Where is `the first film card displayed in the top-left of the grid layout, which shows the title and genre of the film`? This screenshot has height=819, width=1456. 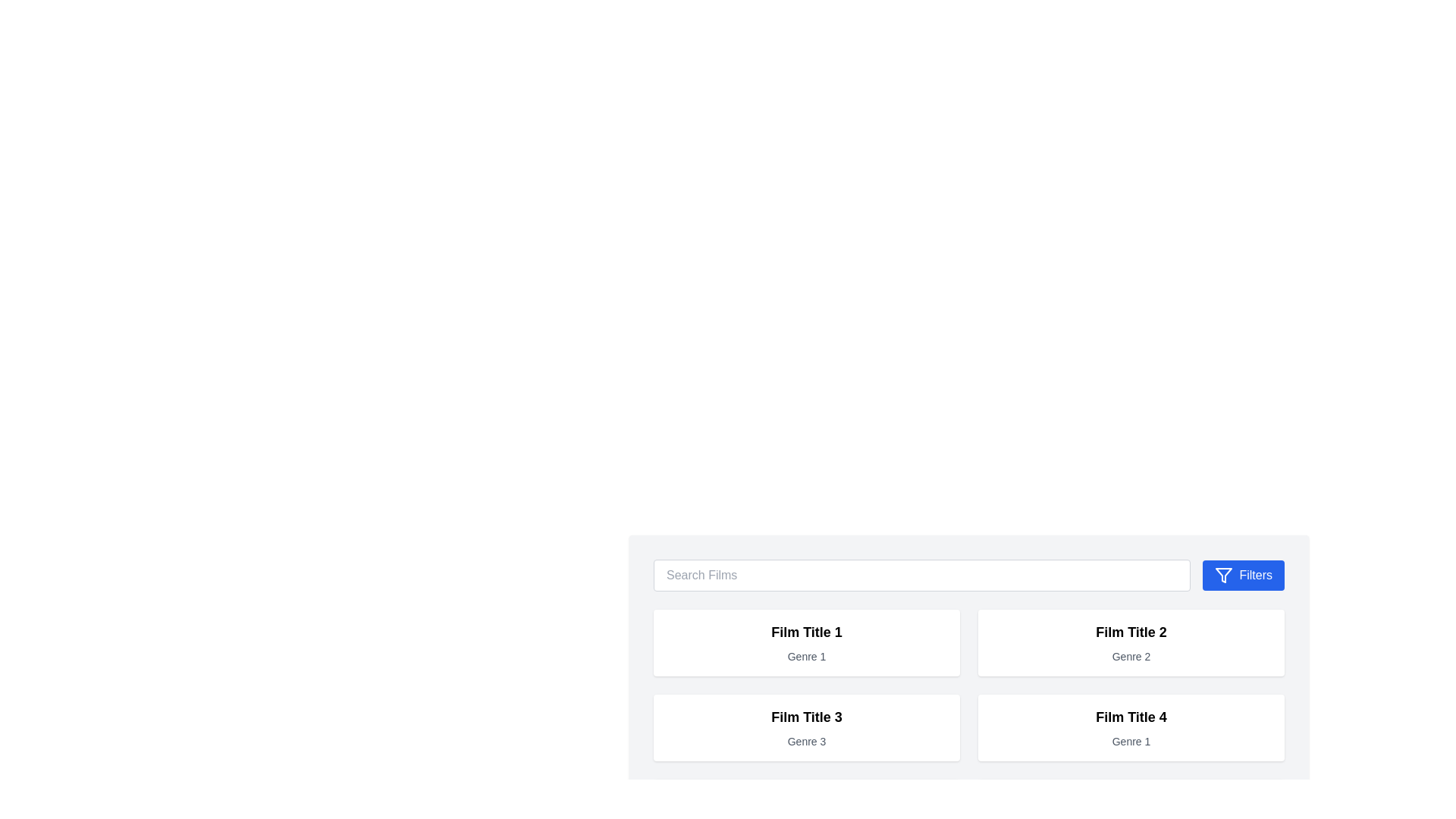 the first film card displayed in the top-left of the grid layout, which shows the title and genre of the film is located at coordinates (806, 643).